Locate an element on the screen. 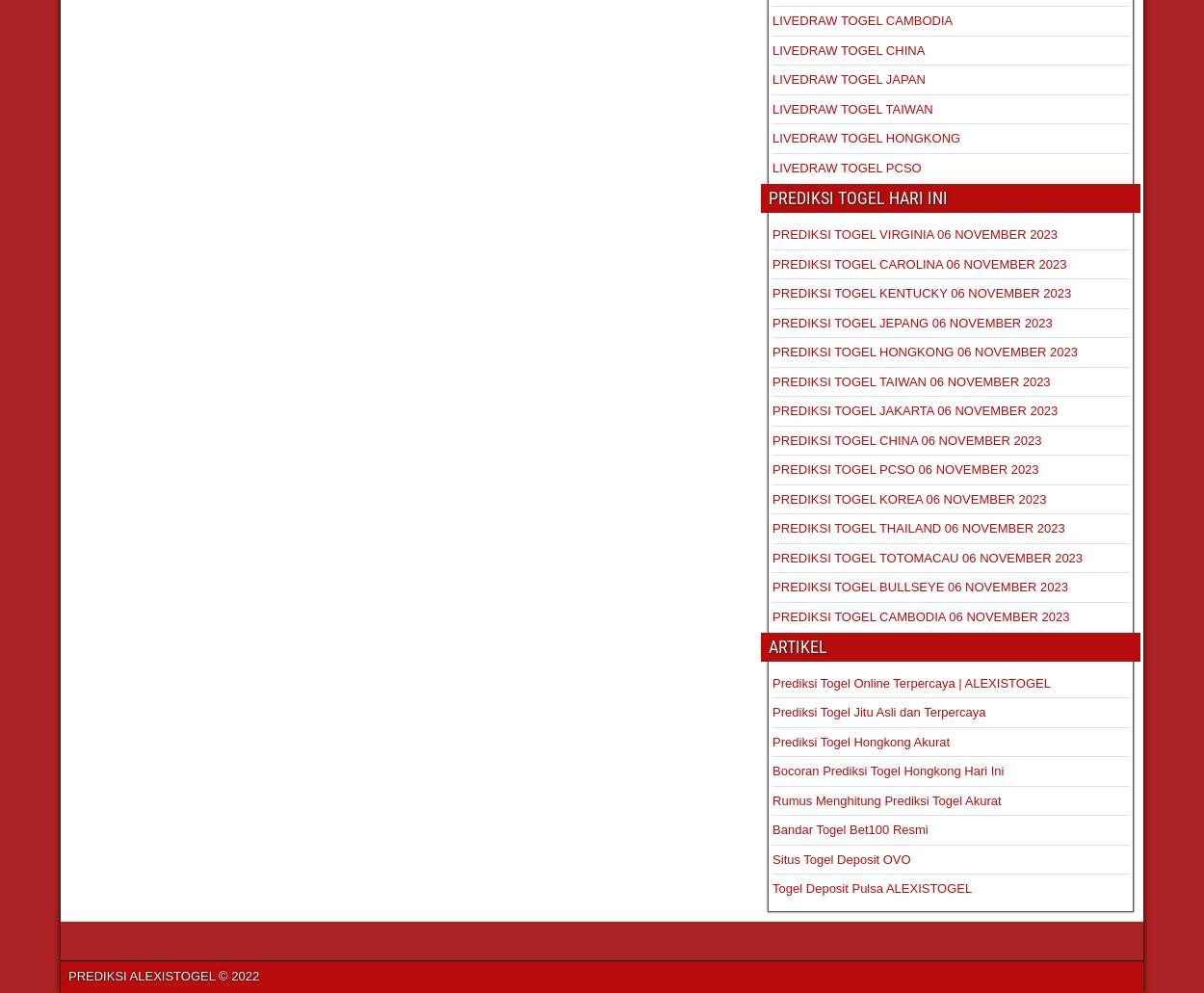 The height and width of the screenshot is (993, 1204). 'LIVEDRAW TOGEL PCSO' is located at coordinates (847, 166).